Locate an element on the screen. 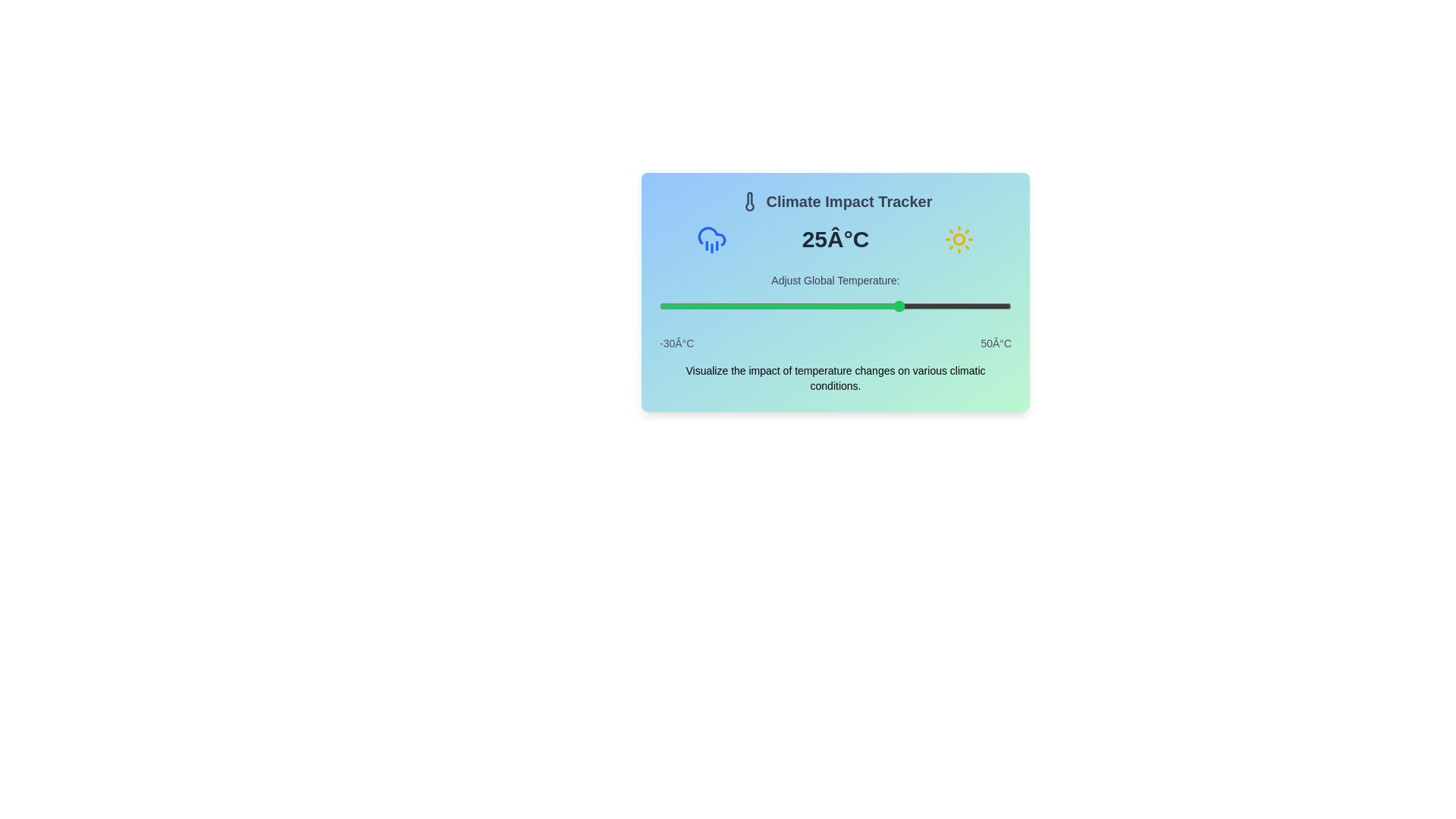 This screenshot has height=819, width=1456. the temperature slider to set the temperature to -22°C is located at coordinates (694, 306).